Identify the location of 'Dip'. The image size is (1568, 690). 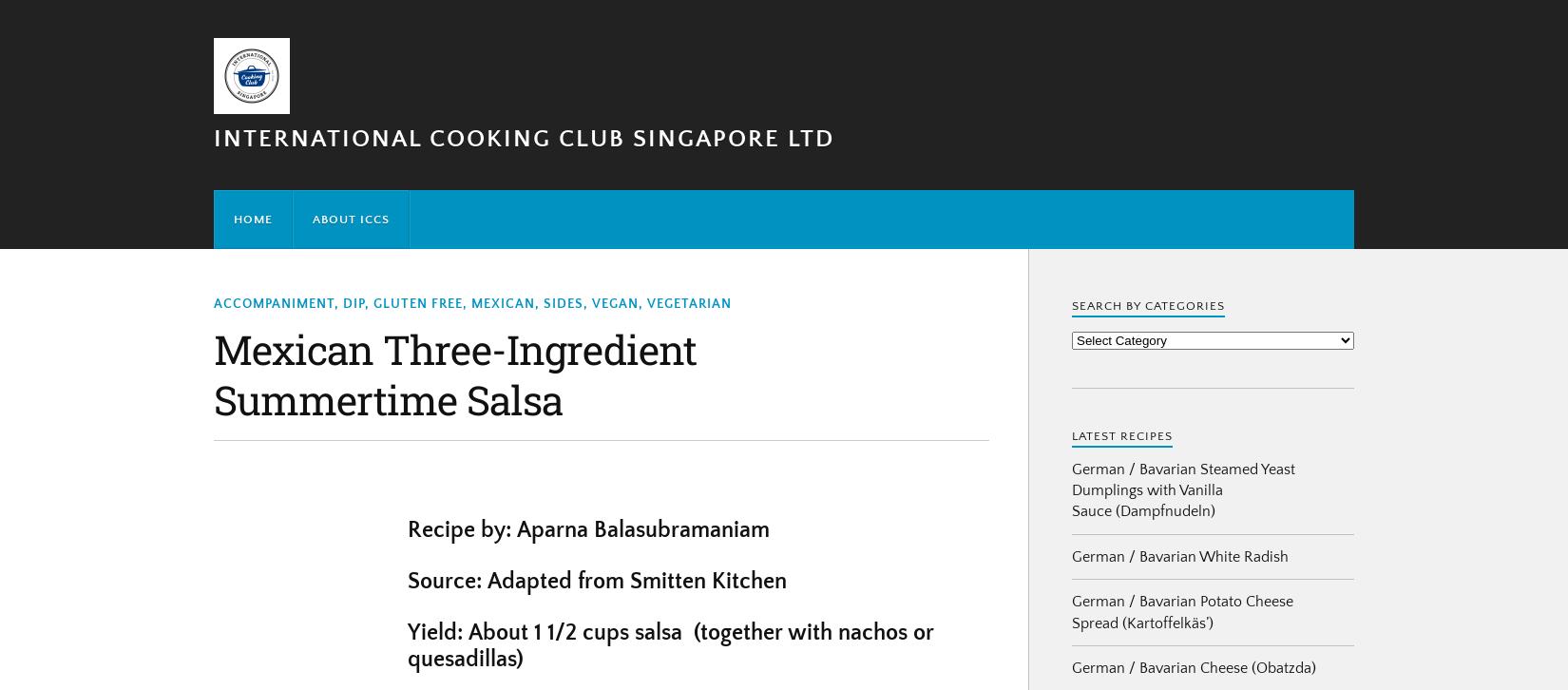
(354, 302).